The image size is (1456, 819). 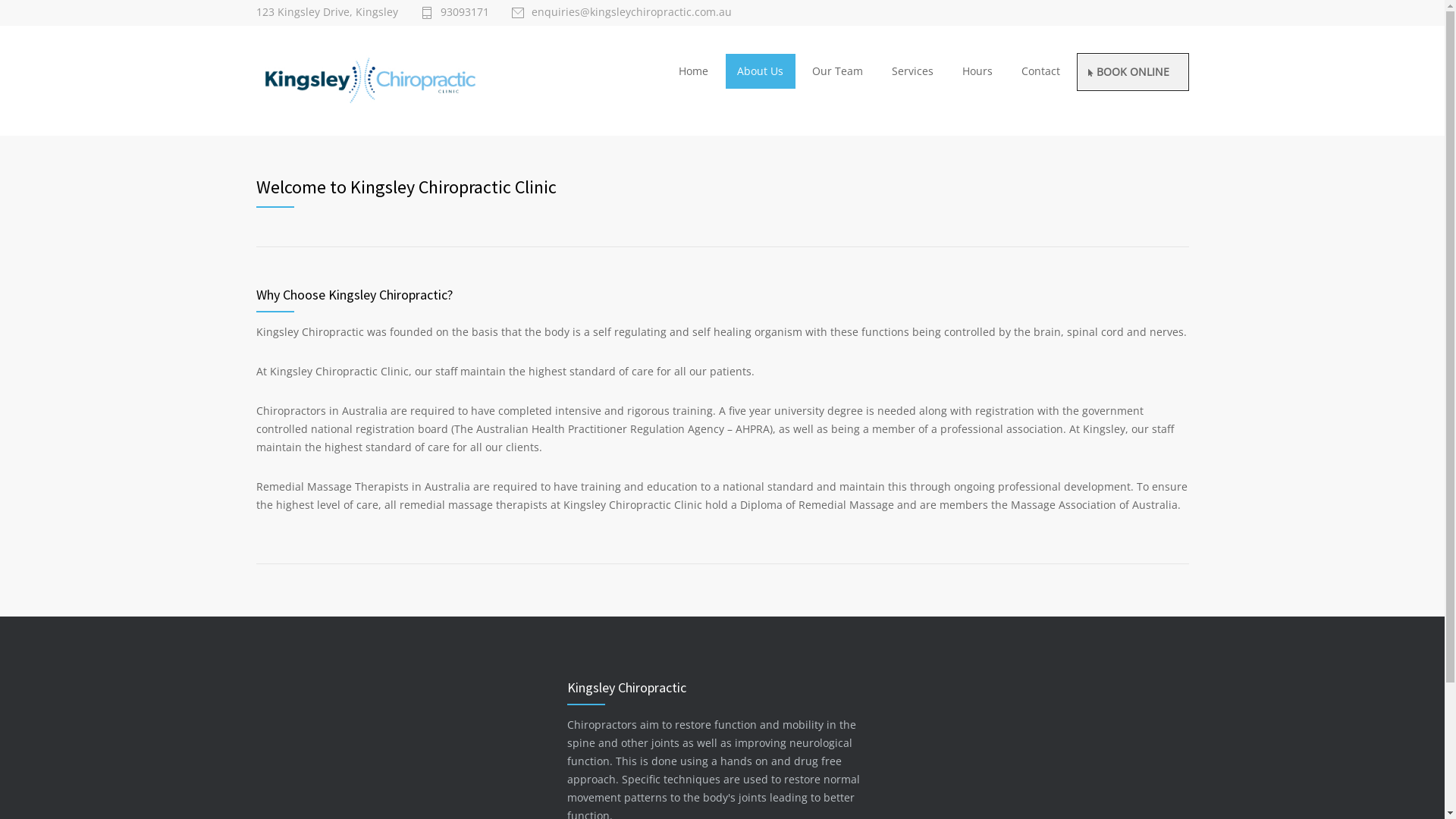 I want to click on 'Services', so click(x=880, y=71).